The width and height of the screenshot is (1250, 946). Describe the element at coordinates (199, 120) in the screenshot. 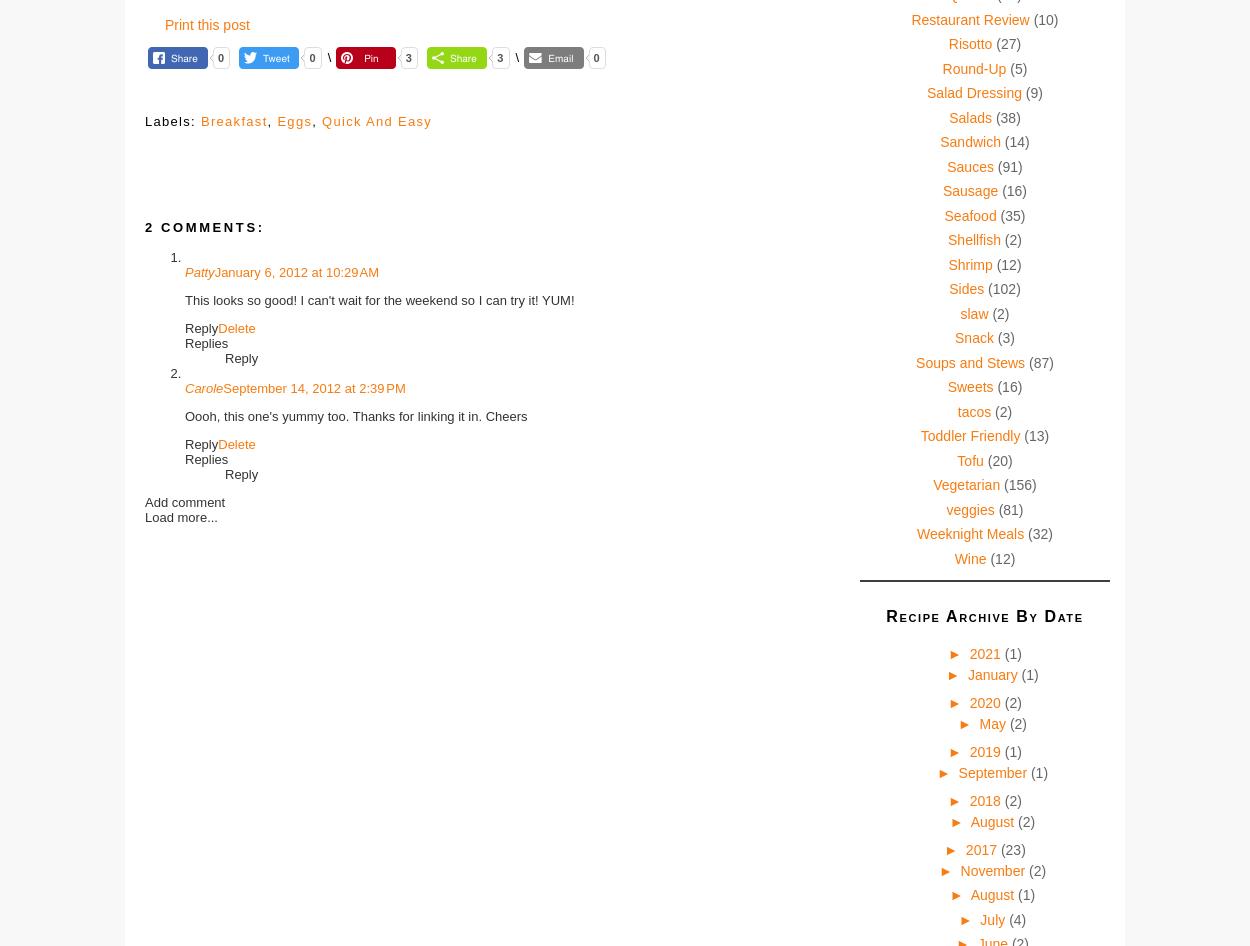

I see `'Breakfast'` at that location.